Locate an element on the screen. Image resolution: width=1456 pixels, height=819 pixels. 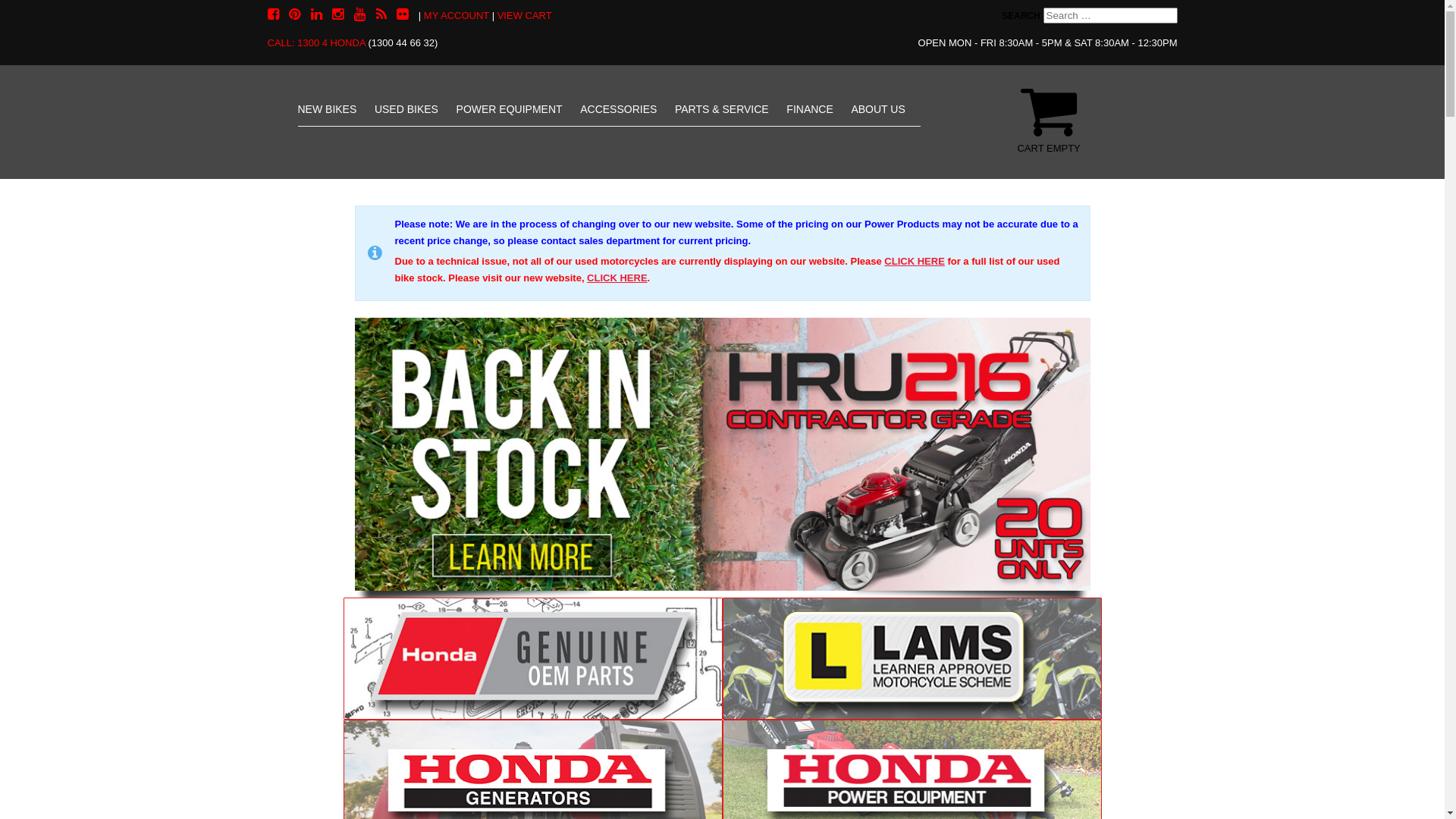
'USED BIKES' is located at coordinates (406, 108).